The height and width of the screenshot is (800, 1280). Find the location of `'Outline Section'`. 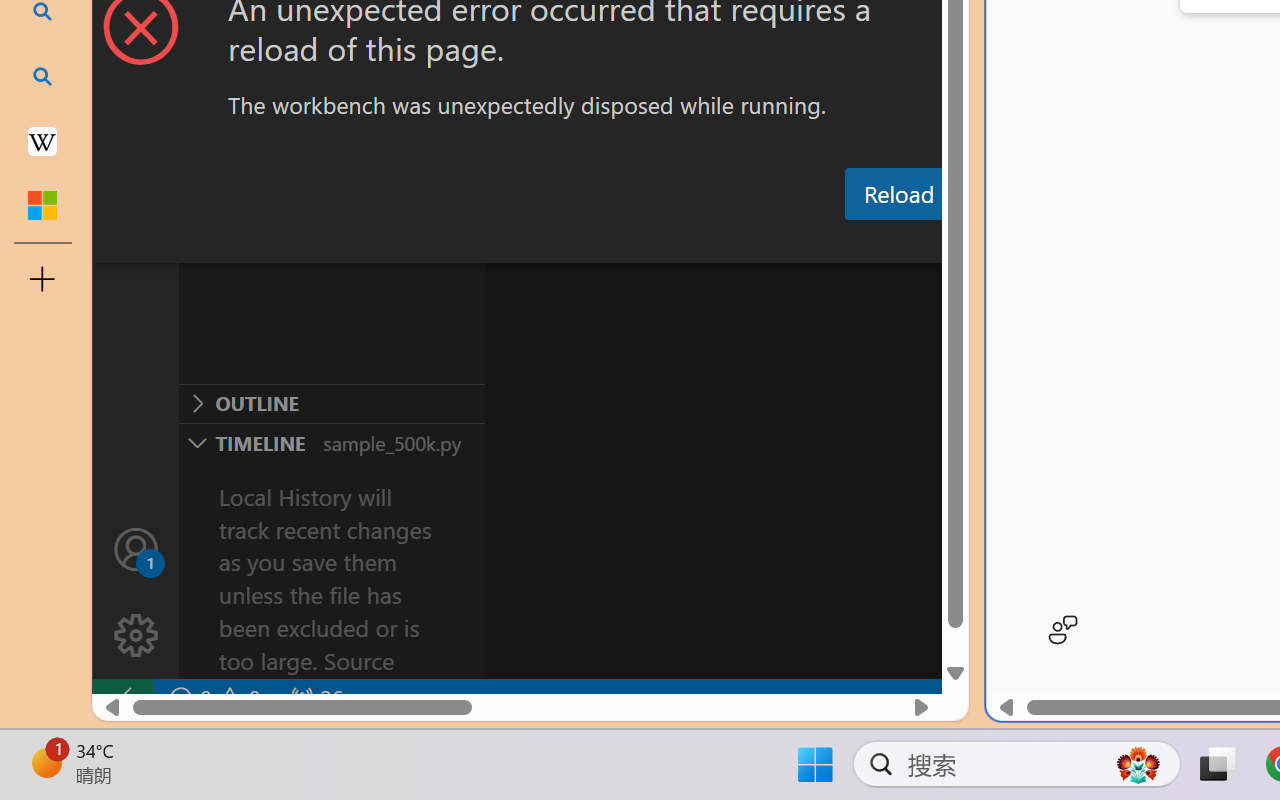

'Outline Section' is located at coordinates (331, 403).